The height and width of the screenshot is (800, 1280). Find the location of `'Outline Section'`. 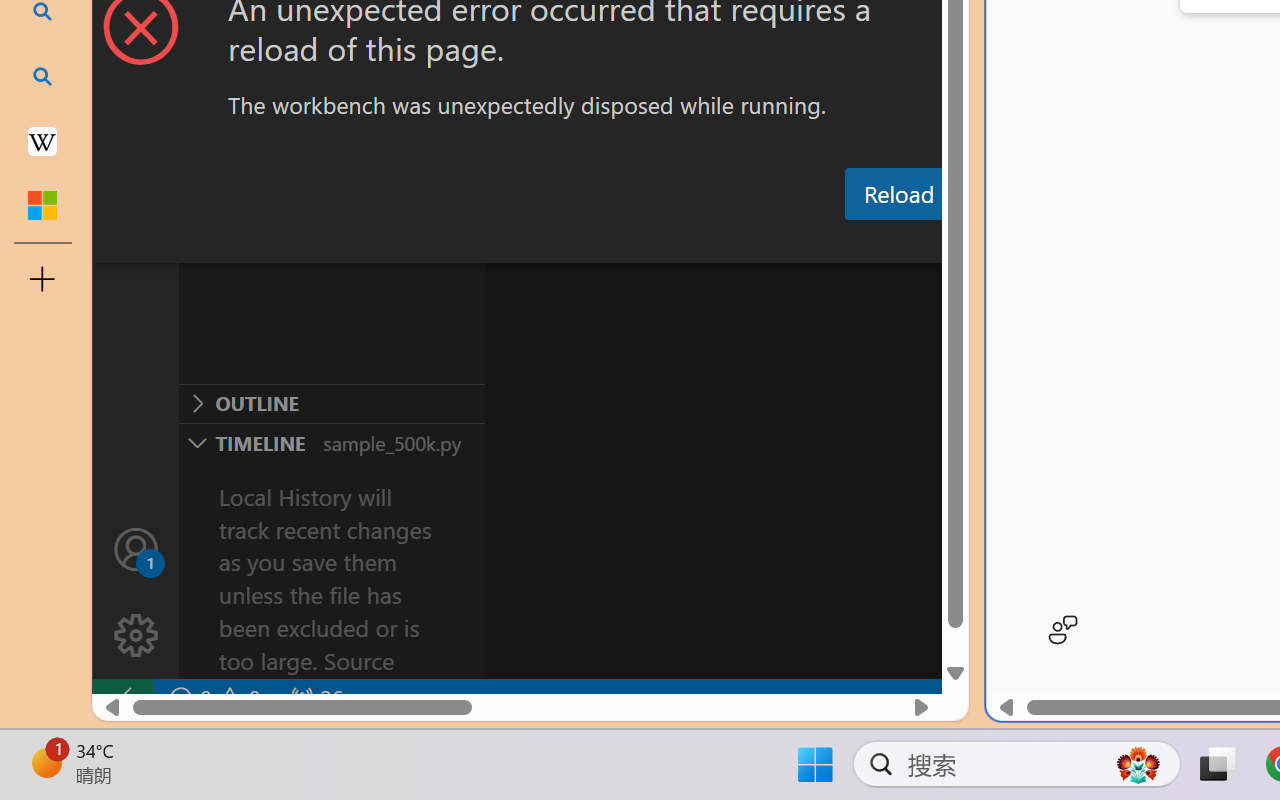

'Outline Section' is located at coordinates (331, 403).